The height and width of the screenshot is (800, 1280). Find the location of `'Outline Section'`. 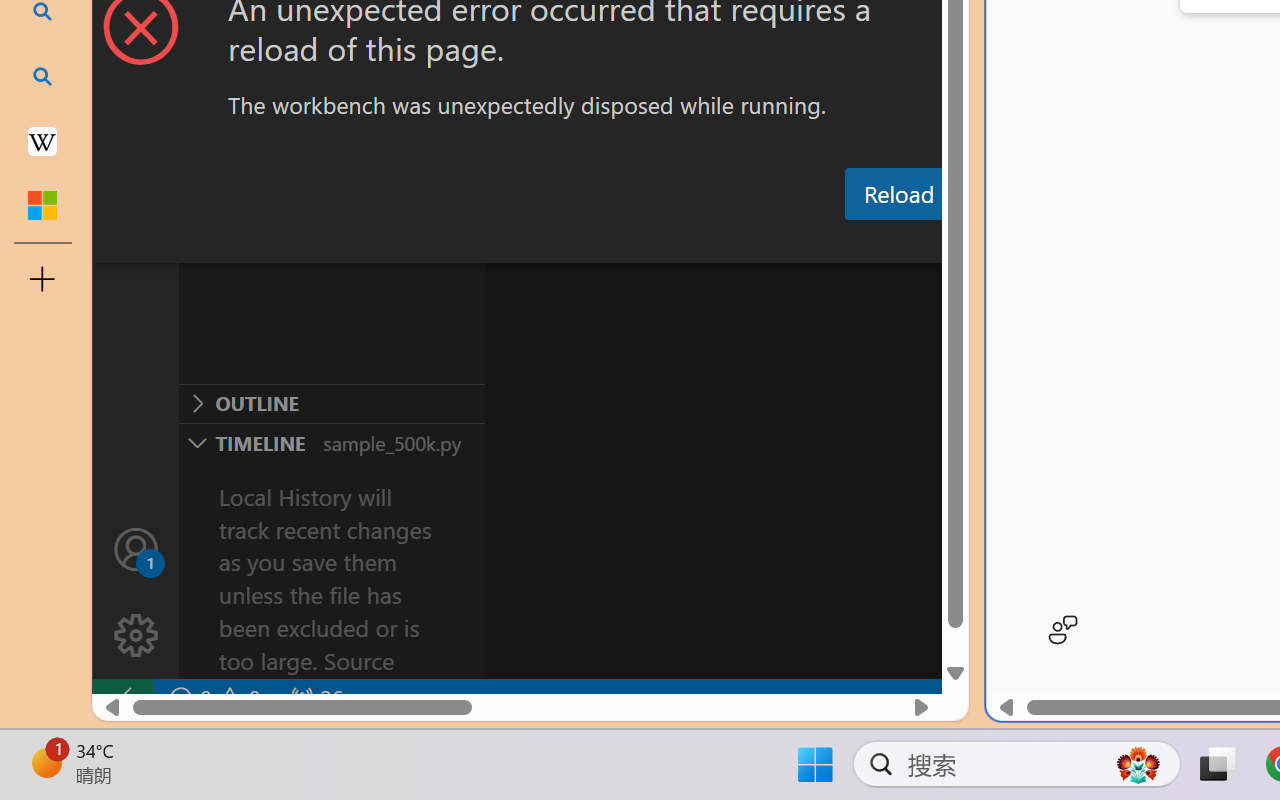

'Outline Section' is located at coordinates (331, 403).